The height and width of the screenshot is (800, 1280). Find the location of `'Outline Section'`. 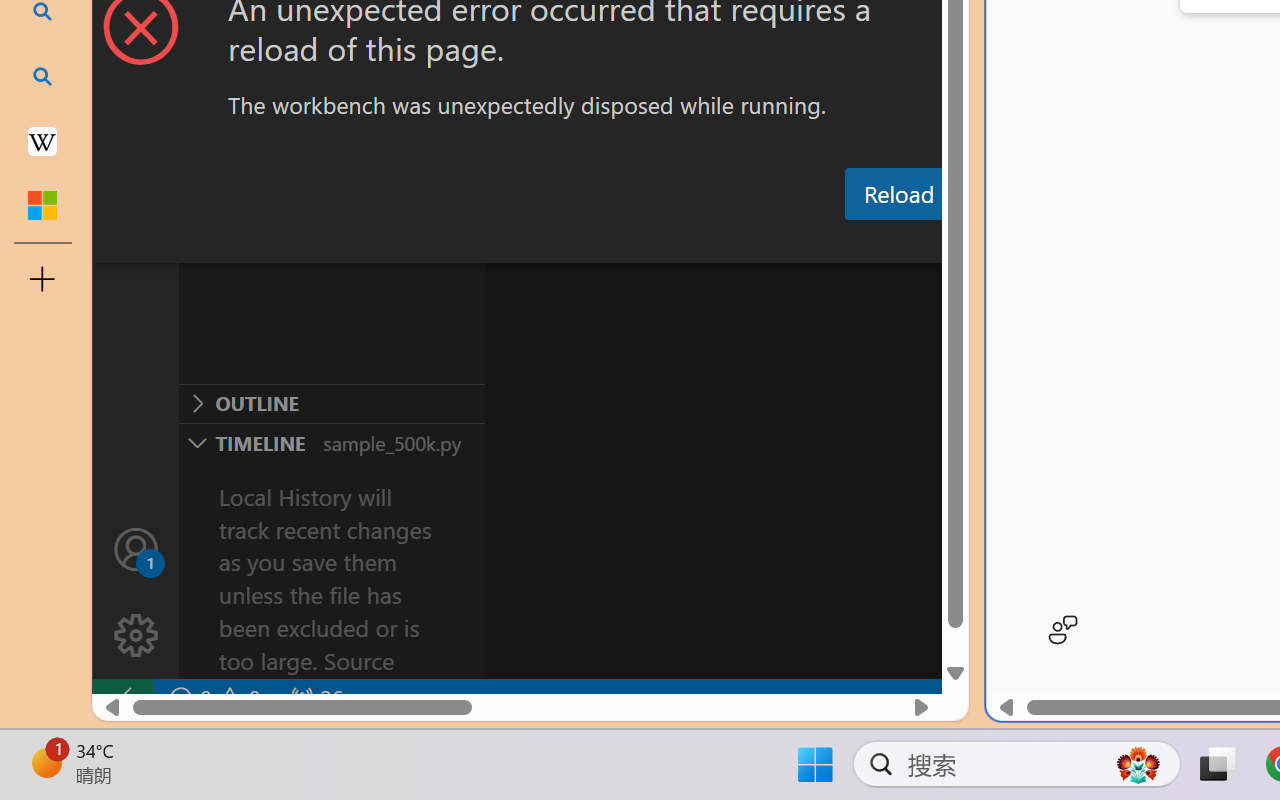

'Outline Section' is located at coordinates (331, 403).